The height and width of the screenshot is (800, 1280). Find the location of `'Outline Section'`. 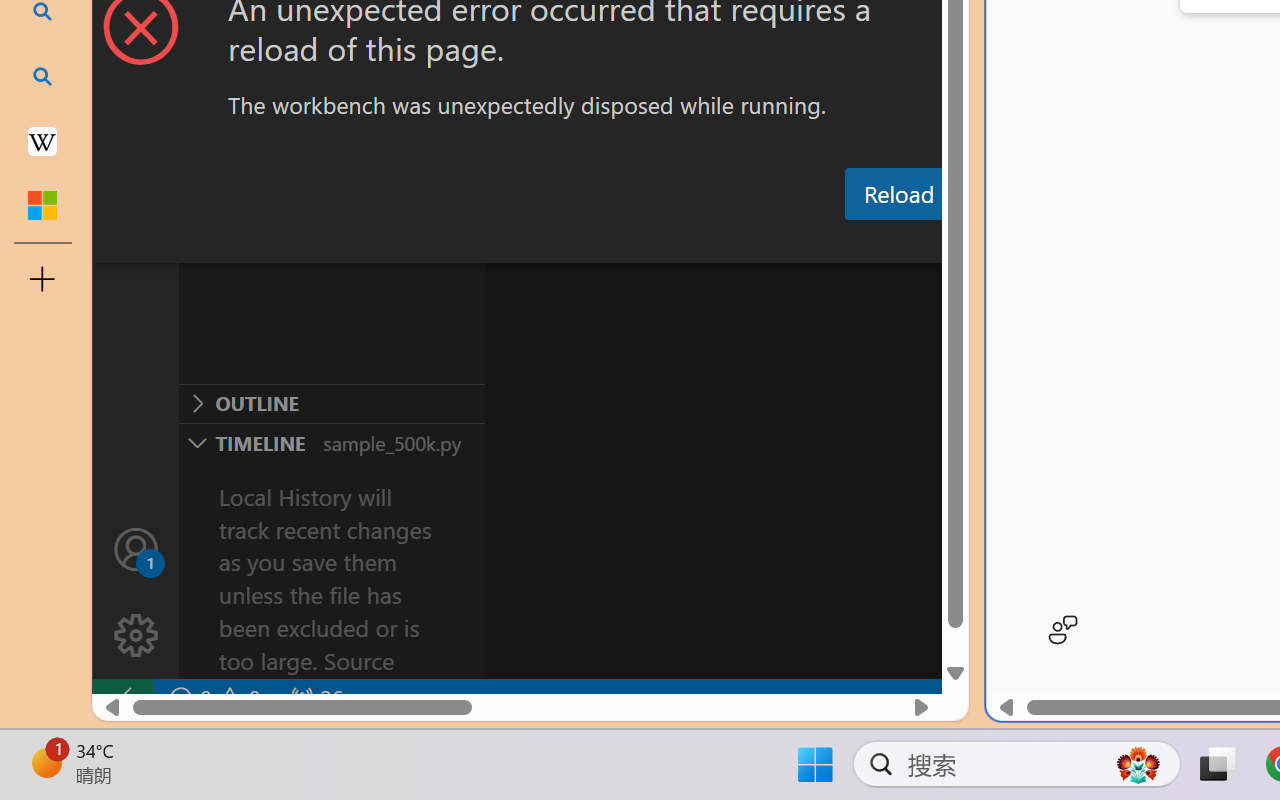

'Outline Section' is located at coordinates (331, 403).